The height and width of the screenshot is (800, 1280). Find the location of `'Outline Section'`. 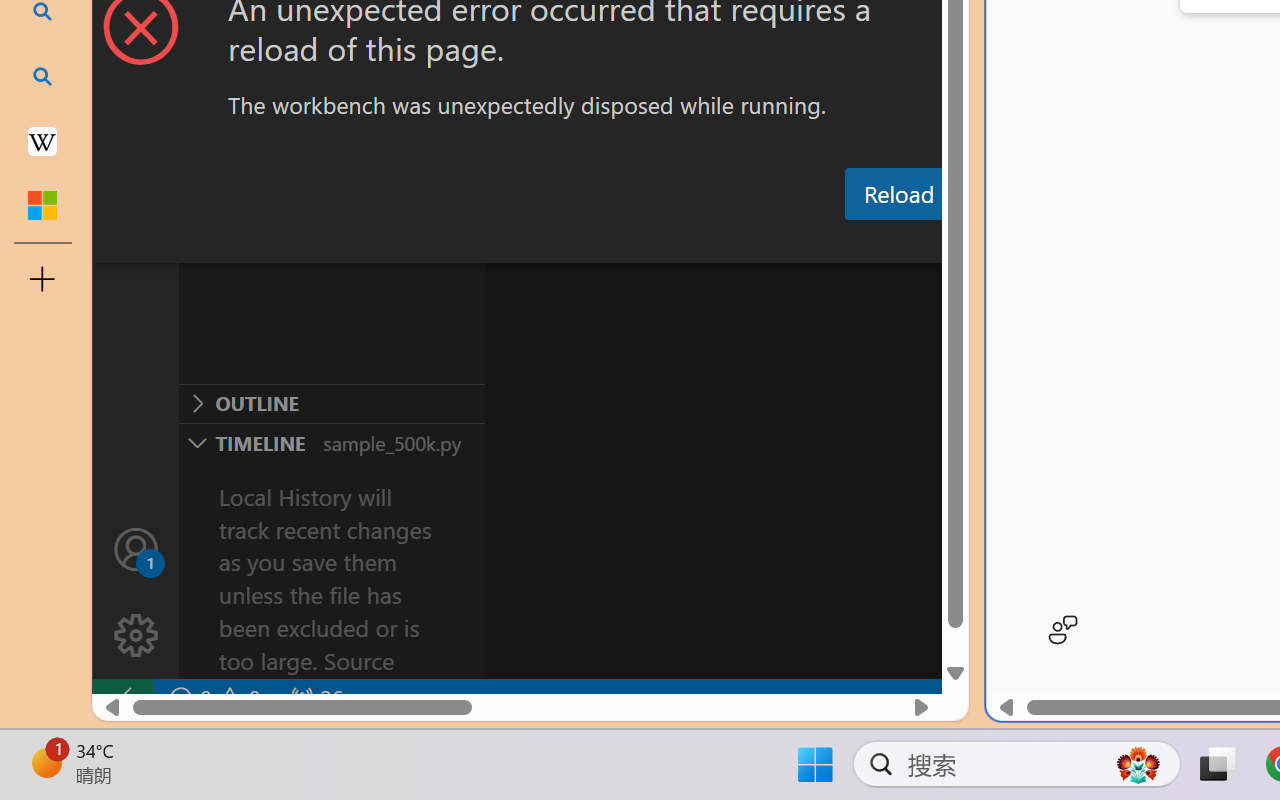

'Outline Section' is located at coordinates (331, 403).